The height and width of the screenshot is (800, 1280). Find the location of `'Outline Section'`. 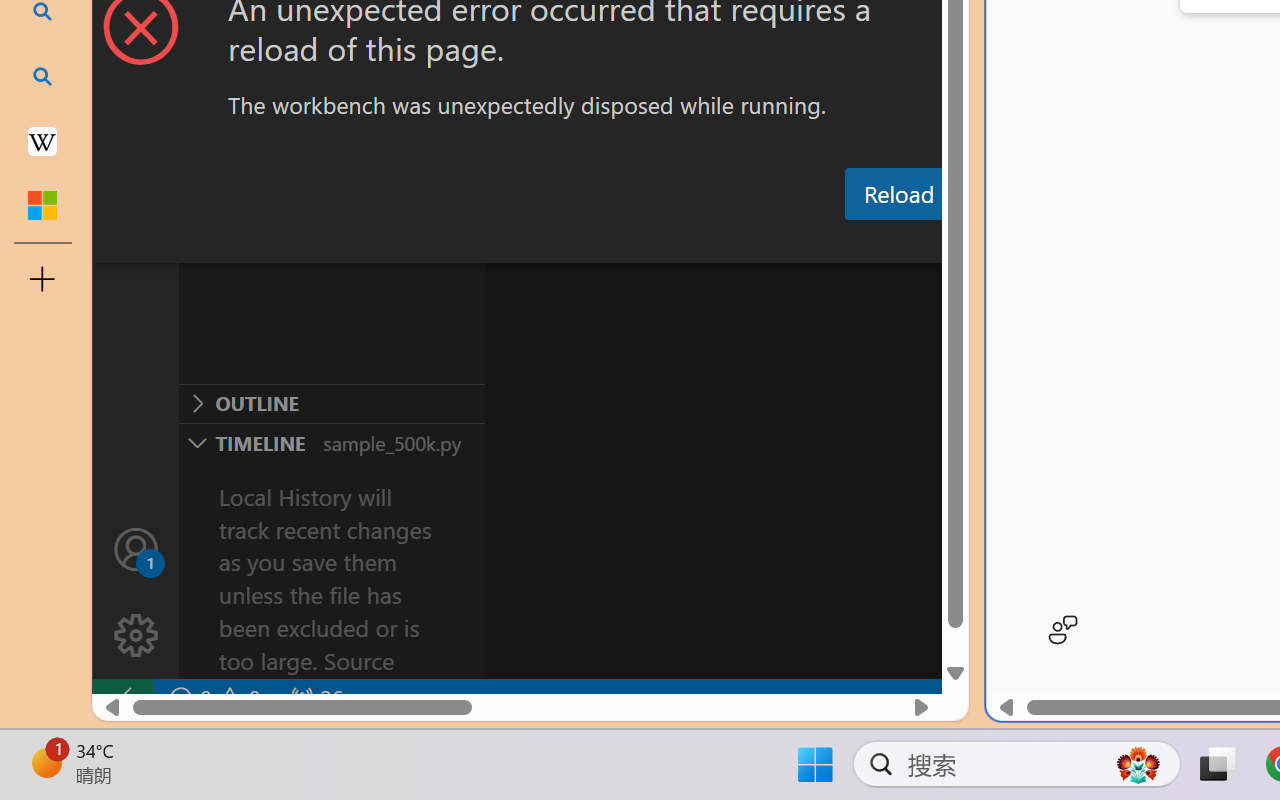

'Outline Section' is located at coordinates (331, 403).